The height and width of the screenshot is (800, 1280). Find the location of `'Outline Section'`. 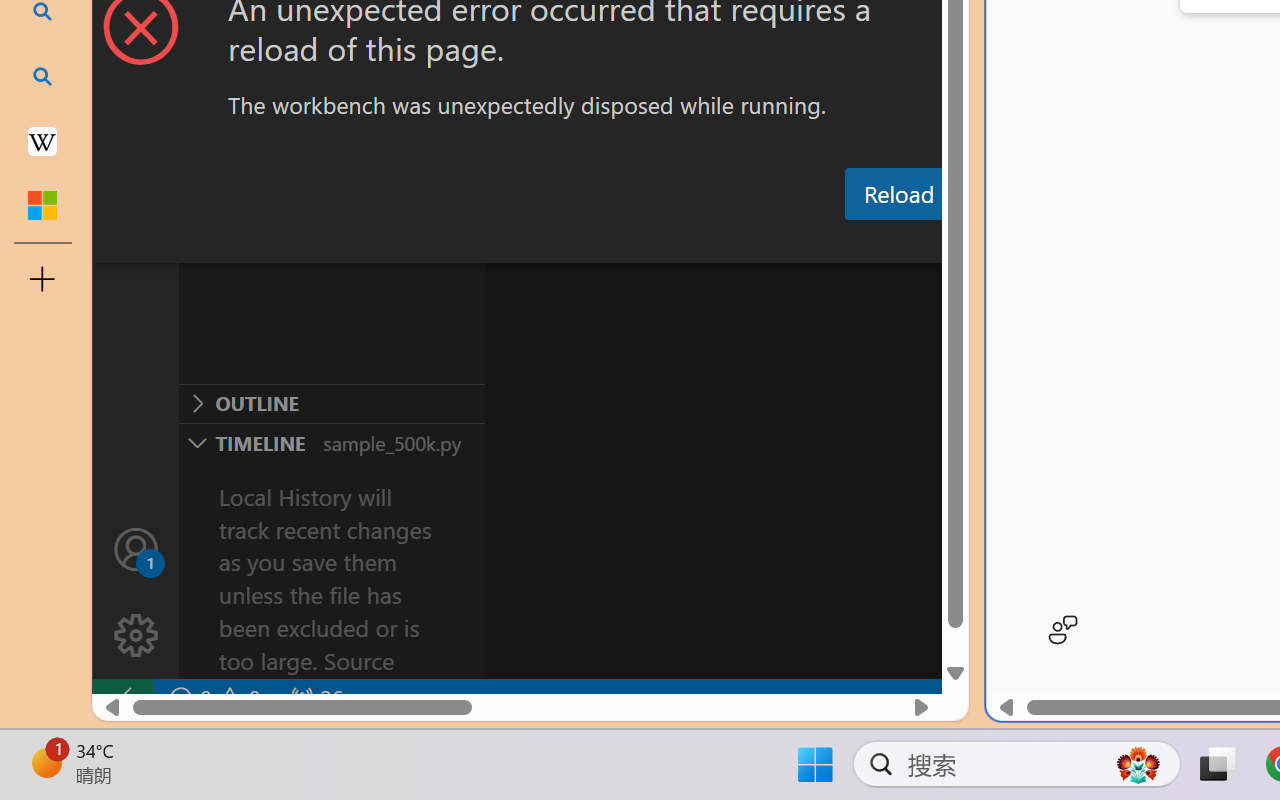

'Outline Section' is located at coordinates (331, 403).